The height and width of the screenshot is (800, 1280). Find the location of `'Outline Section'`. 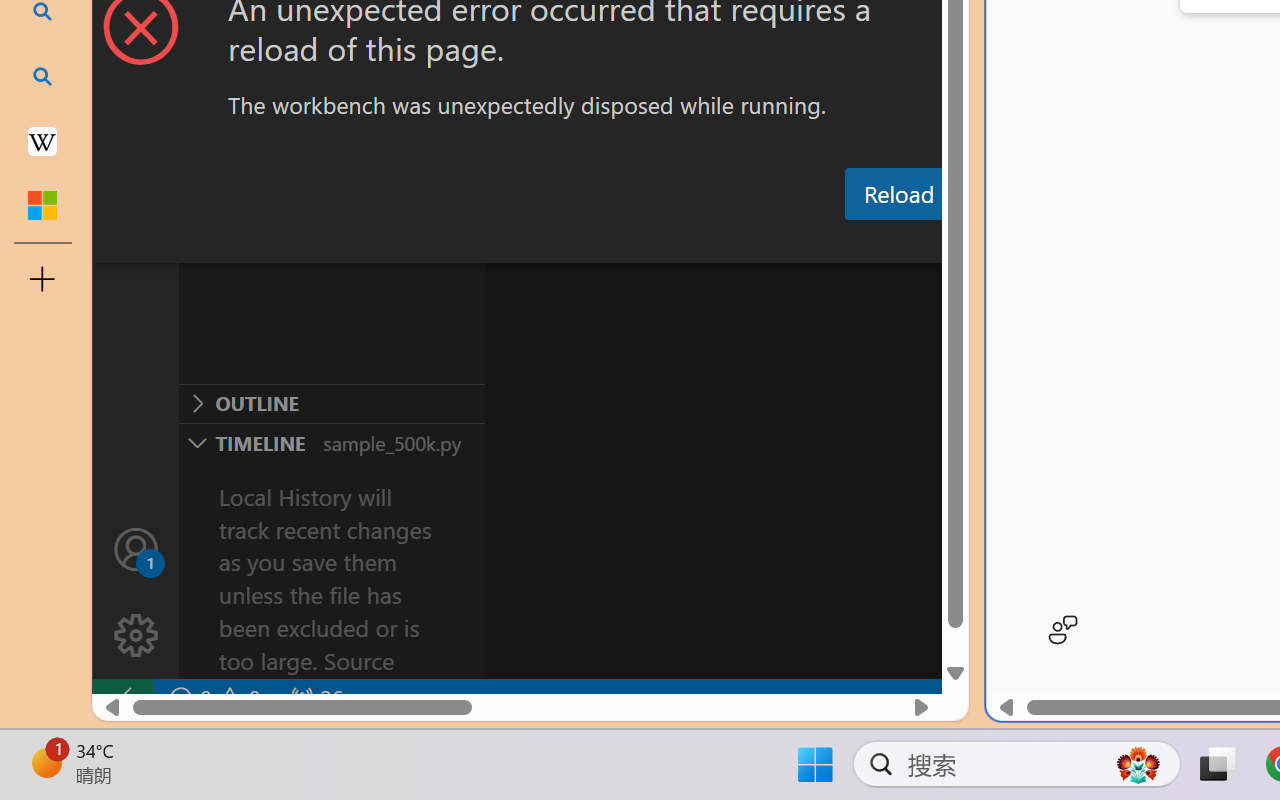

'Outline Section' is located at coordinates (331, 403).